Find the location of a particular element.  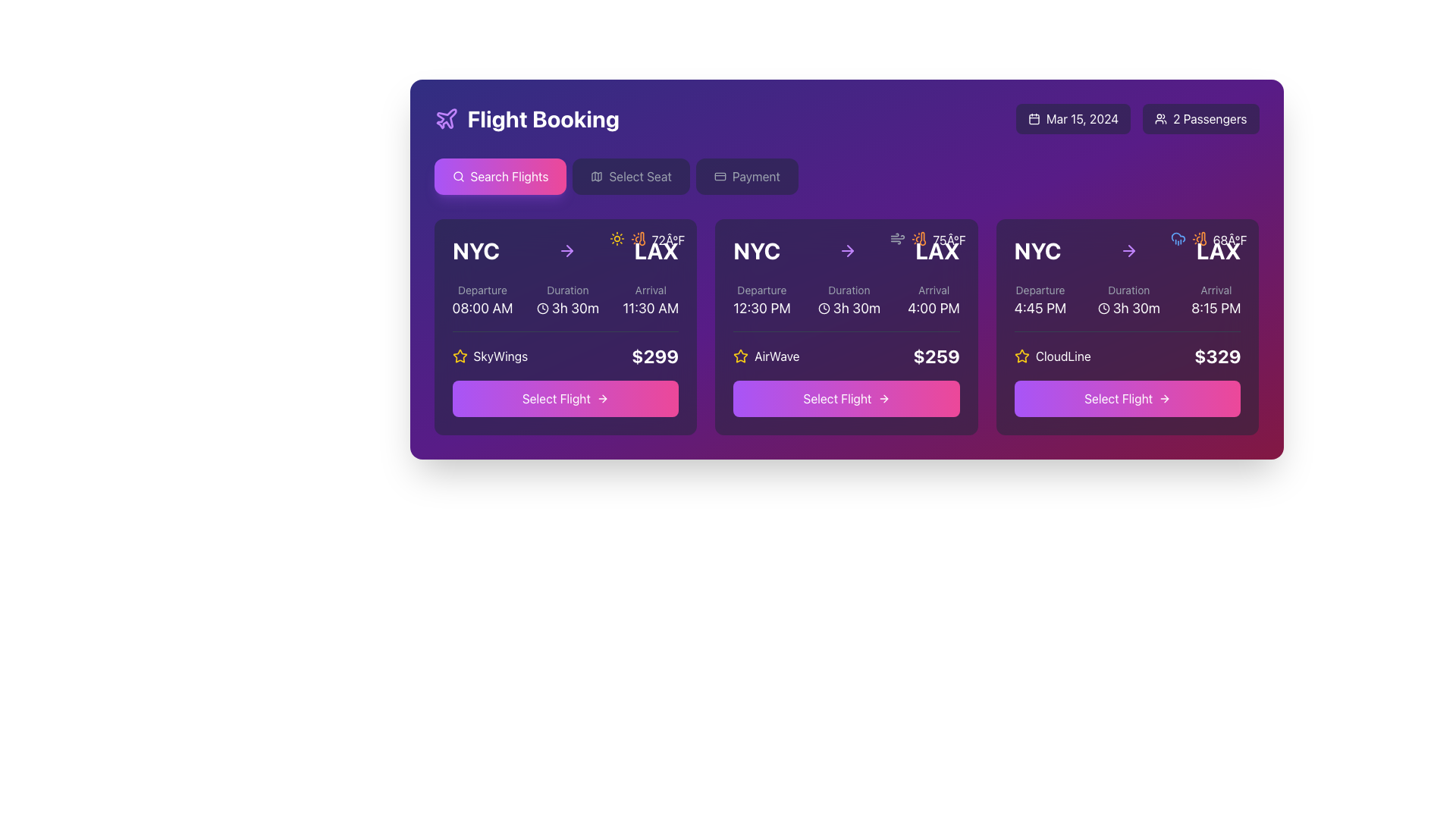

the 'Departure' text label, which is a small, gray font positioned above a darker background in the second card of flight booking options, to understand the departure time context is located at coordinates (761, 290).